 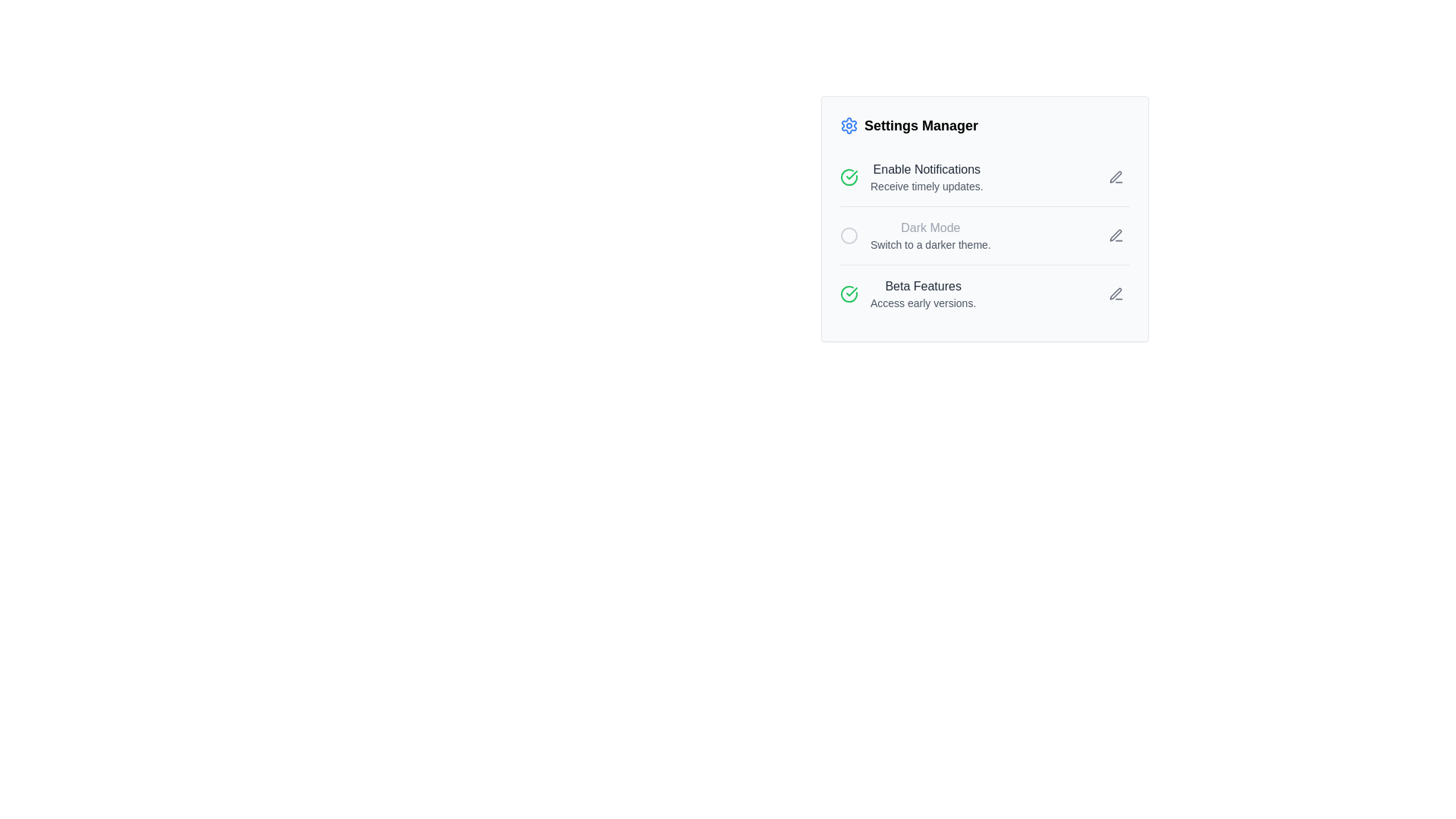 I want to click on the pen-shaped icon button in the 'Beta Features' section for accessibility interactions, so click(x=1116, y=294).